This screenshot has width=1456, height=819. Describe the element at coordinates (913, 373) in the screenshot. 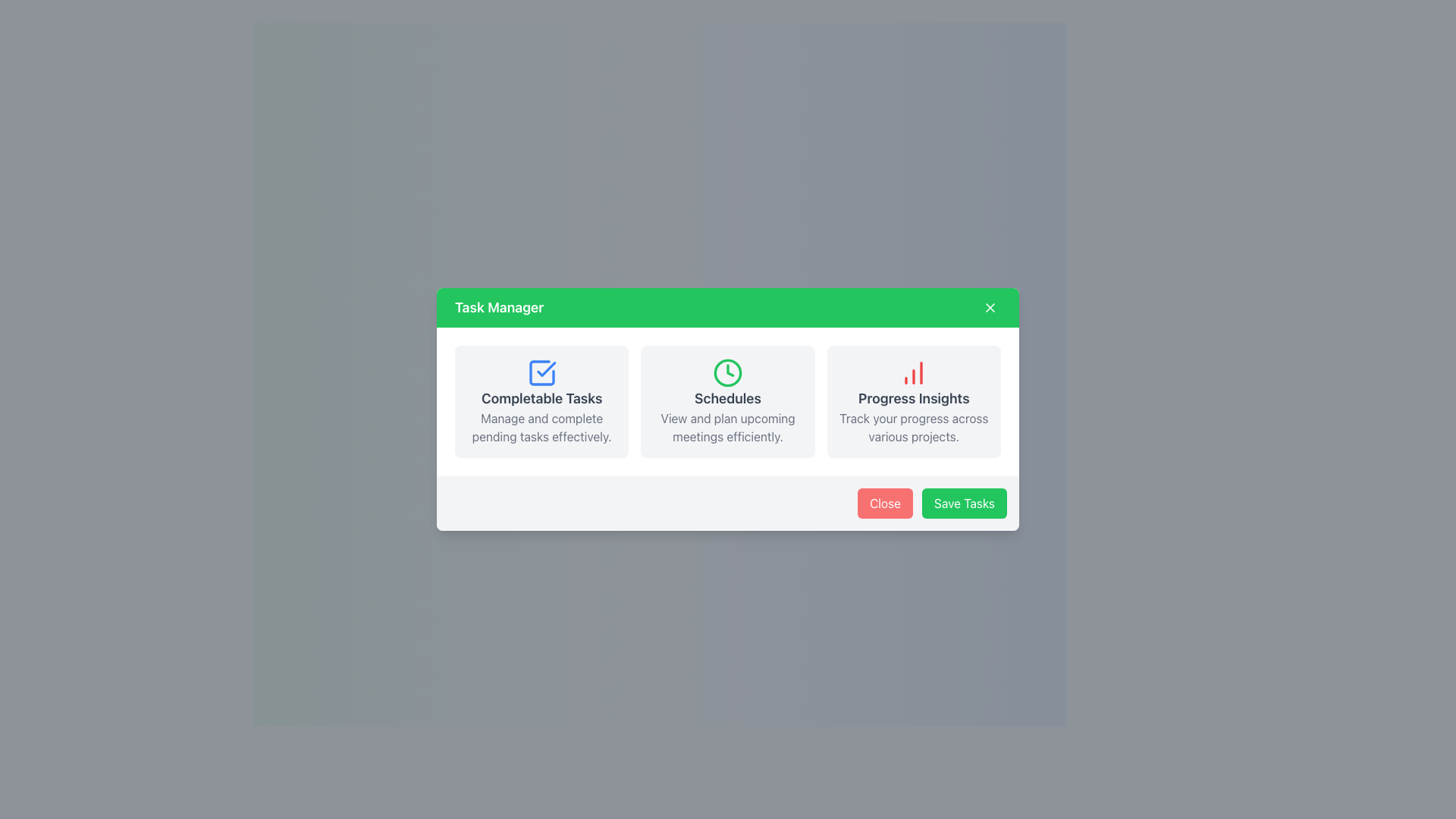

I see `the progress indicator icon located at the top center of the 'Progress Insights' card` at that location.